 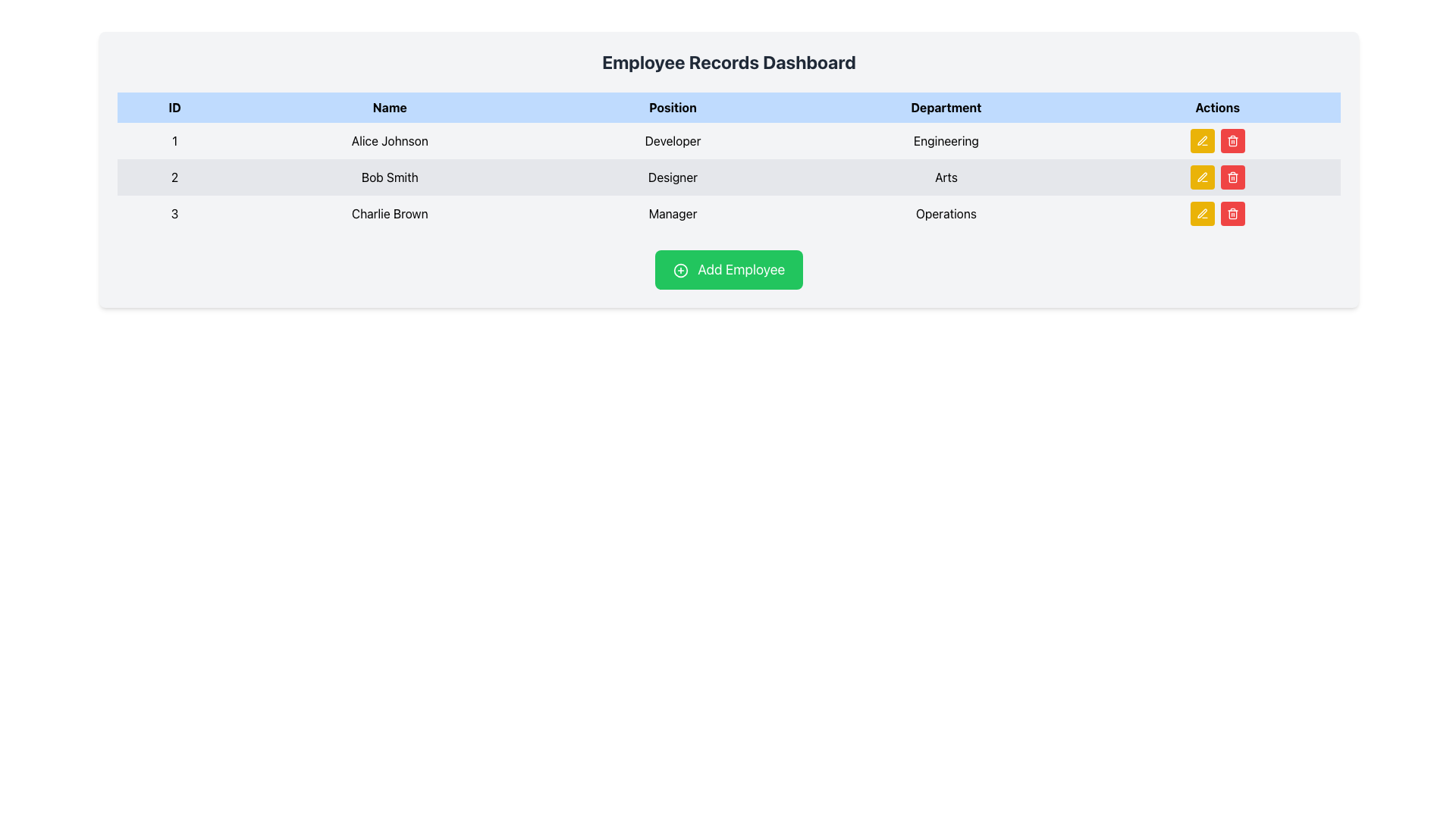 I want to click on the text element displaying 'Designer' located in the second row of the employee details table, centered horizontally in the same row as 'Bob Smith', so click(x=672, y=177).